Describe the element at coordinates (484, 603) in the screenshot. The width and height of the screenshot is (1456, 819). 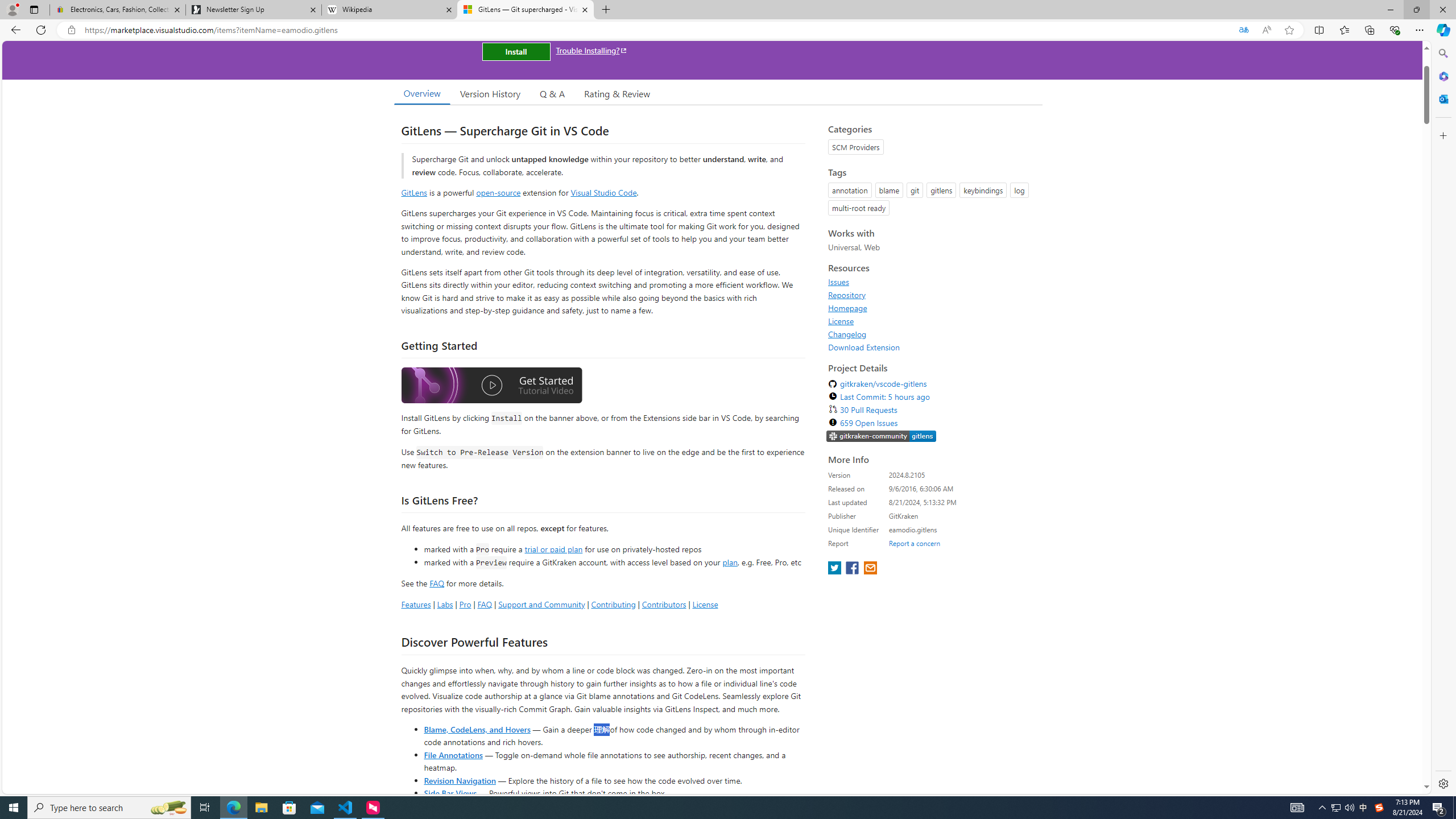
I see `'FAQ'` at that location.